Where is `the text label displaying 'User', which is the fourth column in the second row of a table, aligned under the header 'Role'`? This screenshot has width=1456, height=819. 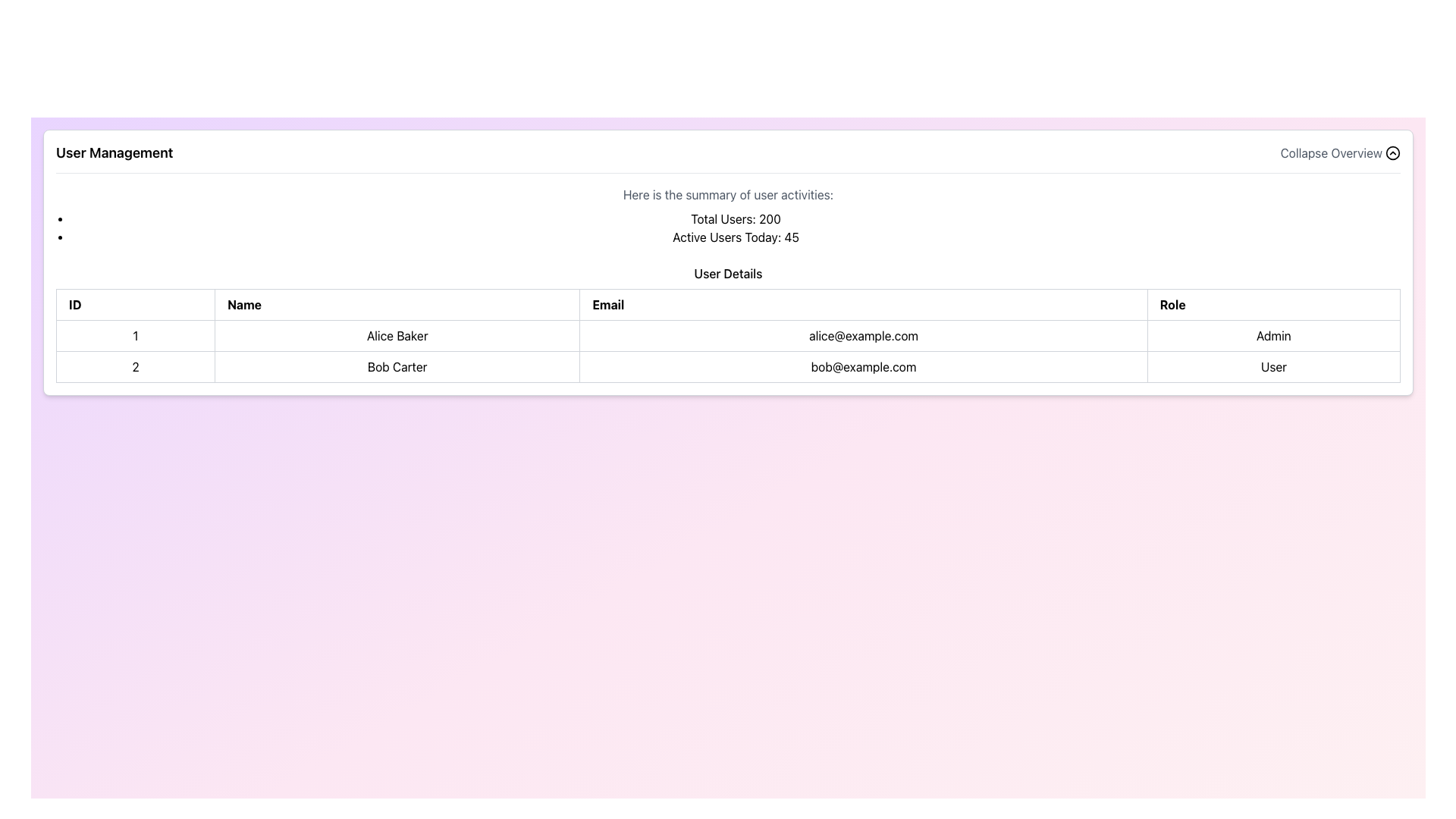
the text label displaying 'User', which is the fourth column in the second row of a table, aligned under the header 'Role' is located at coordinates (1273, 366).